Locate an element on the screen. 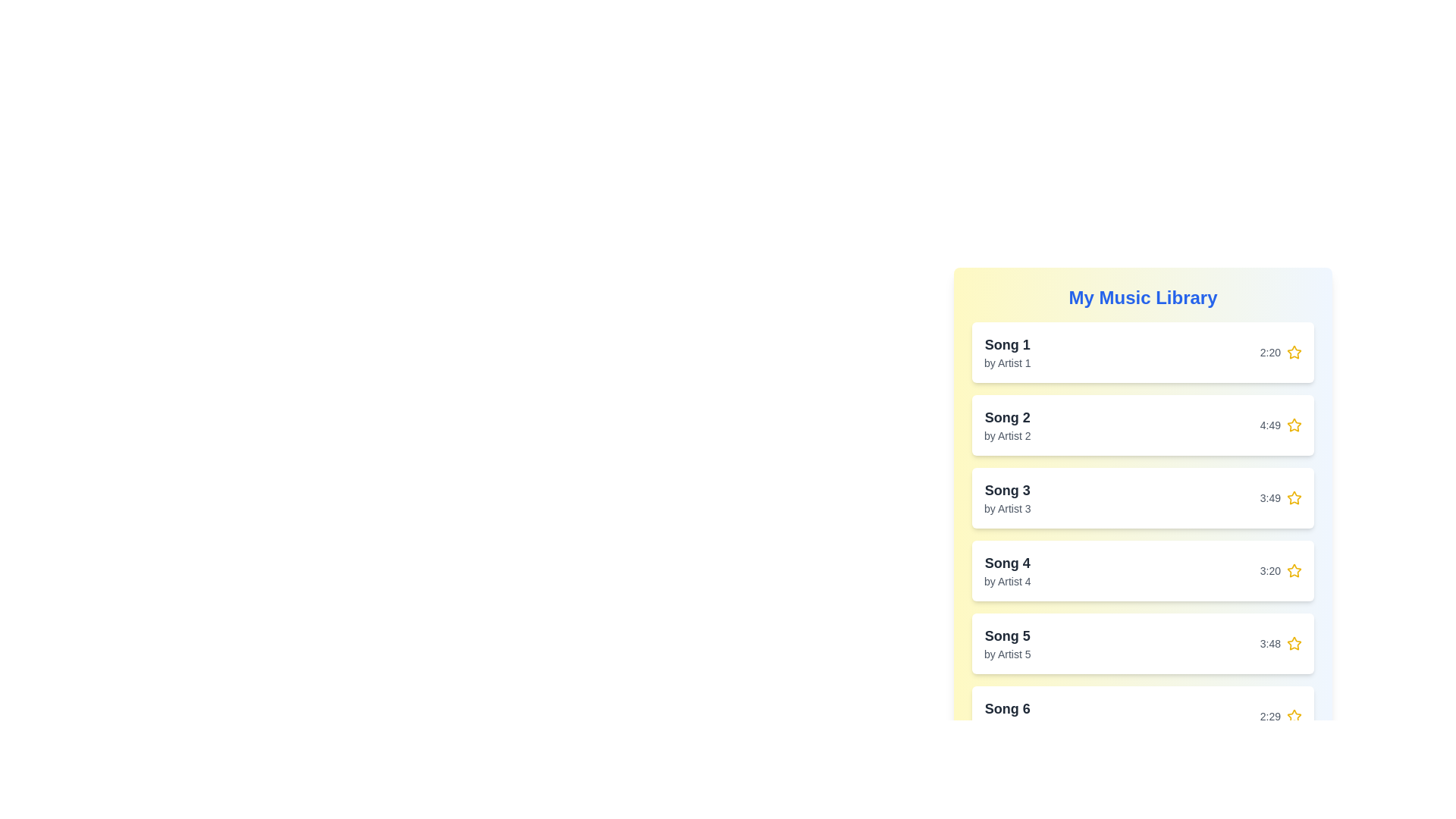  the second Card component in the 'My Music Library' list, which contains information about a music track is located at coordinates (1143, 425).